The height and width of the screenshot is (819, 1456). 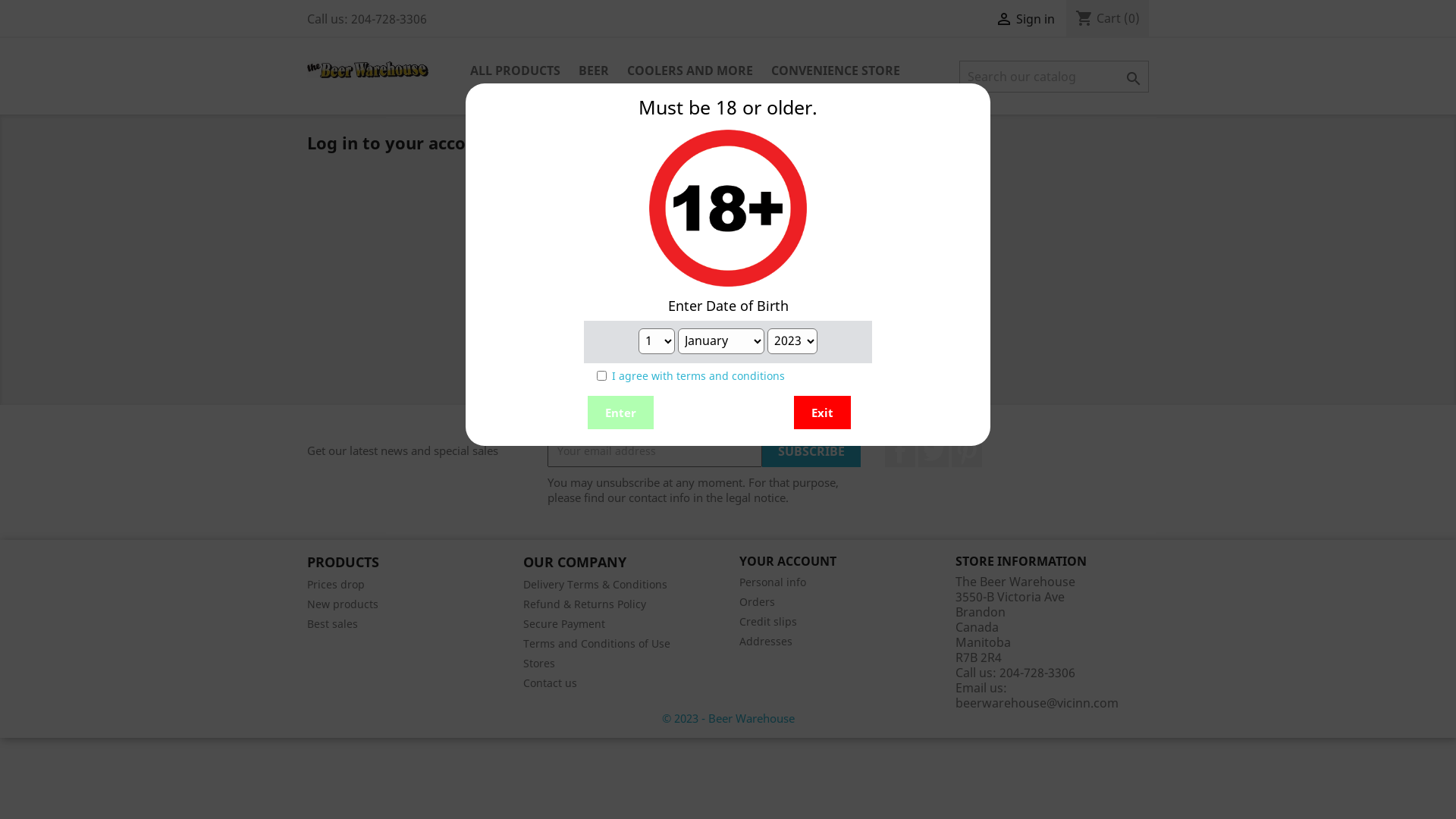 What do you see at coordinates (765, 641) in the screenshot?
I see `'Addresses'` at bounding box center [765, 641].